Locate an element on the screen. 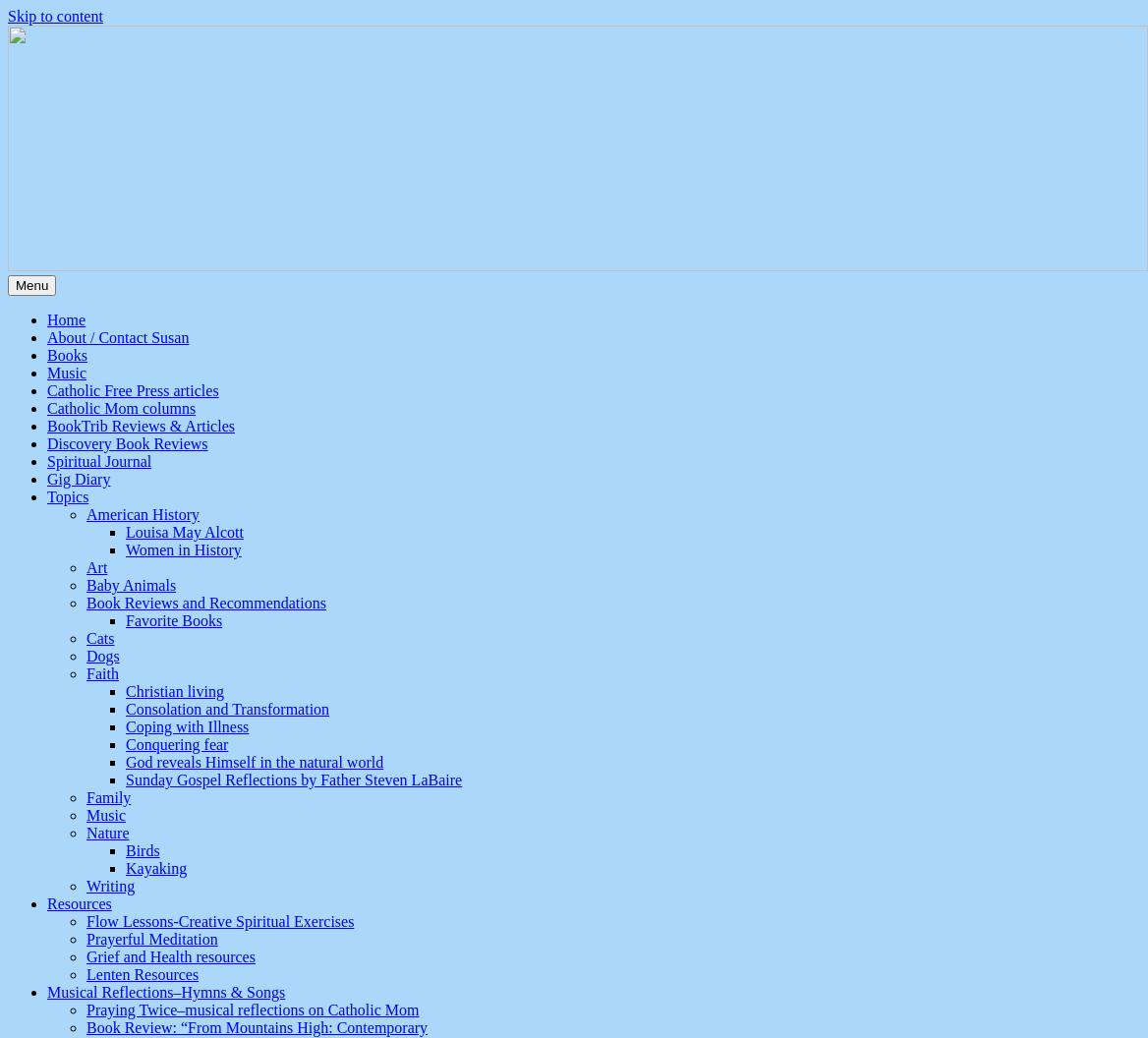  'American History' is located at coordinates (142, 513).